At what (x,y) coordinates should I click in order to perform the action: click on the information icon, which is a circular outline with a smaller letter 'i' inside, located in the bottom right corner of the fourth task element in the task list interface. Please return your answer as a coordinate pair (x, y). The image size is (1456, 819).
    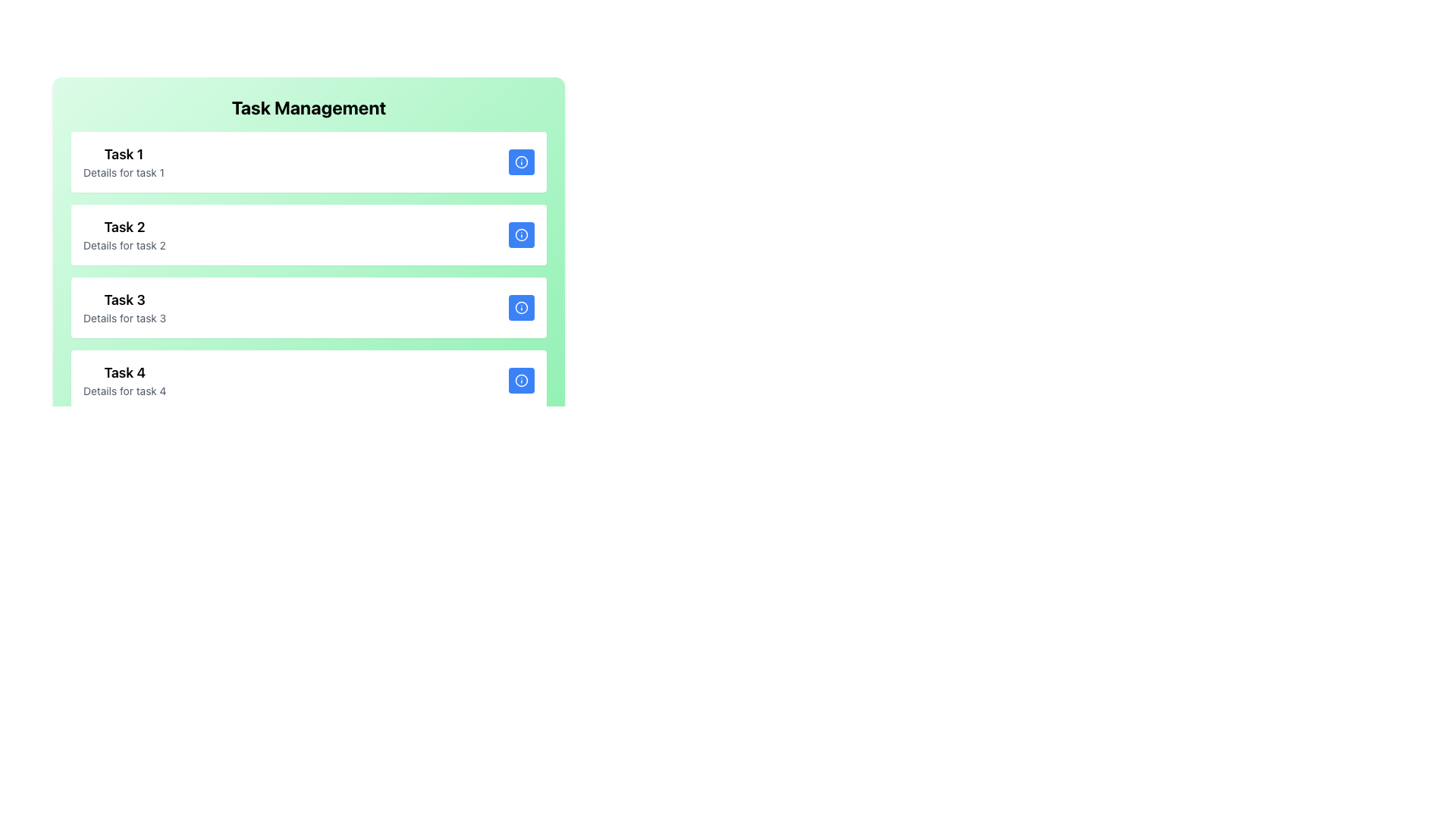
    Looking at the image, I should click on (521, 379).